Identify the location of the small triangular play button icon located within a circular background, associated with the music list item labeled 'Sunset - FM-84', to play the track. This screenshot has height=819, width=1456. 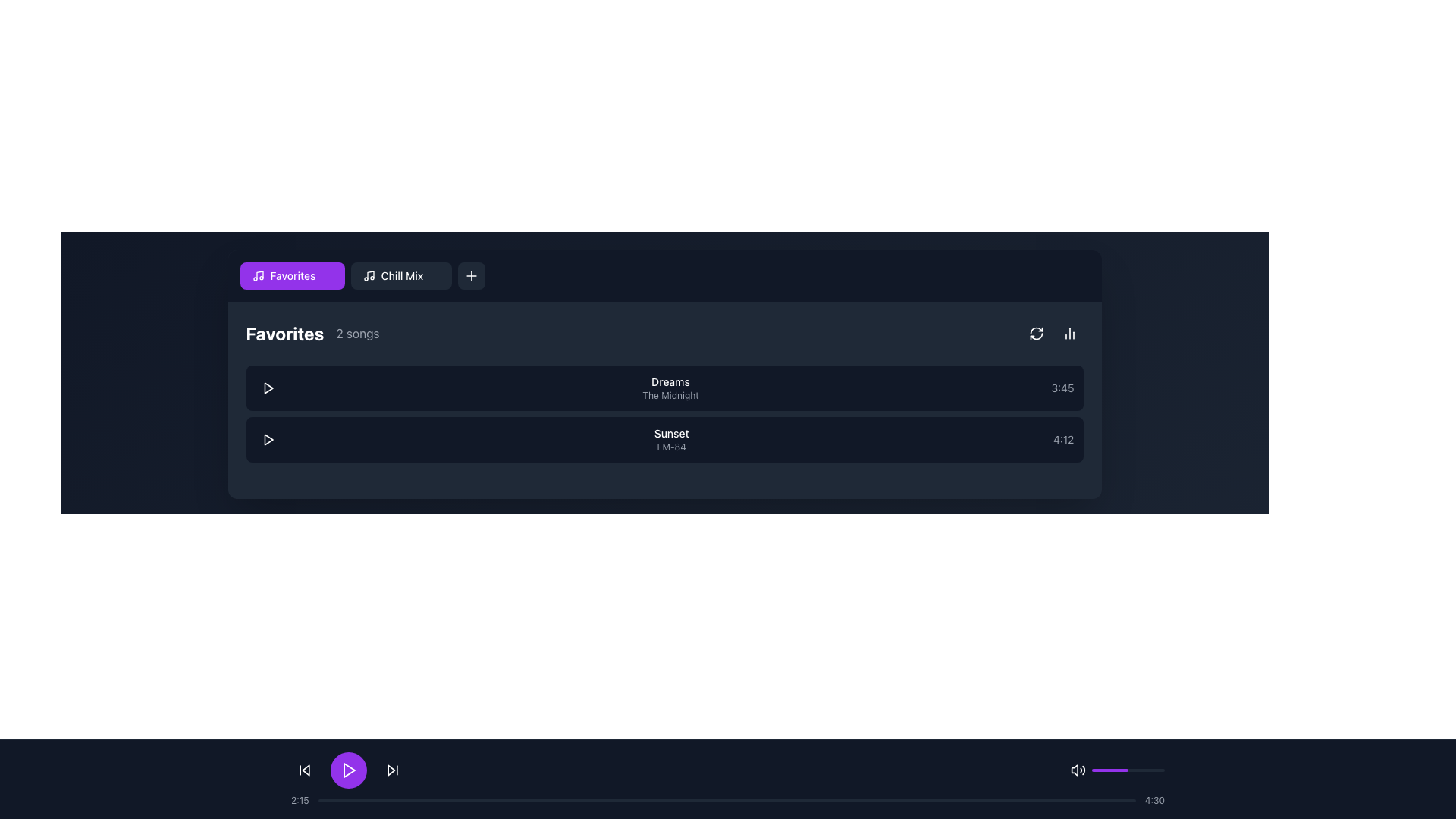
(268, 439).